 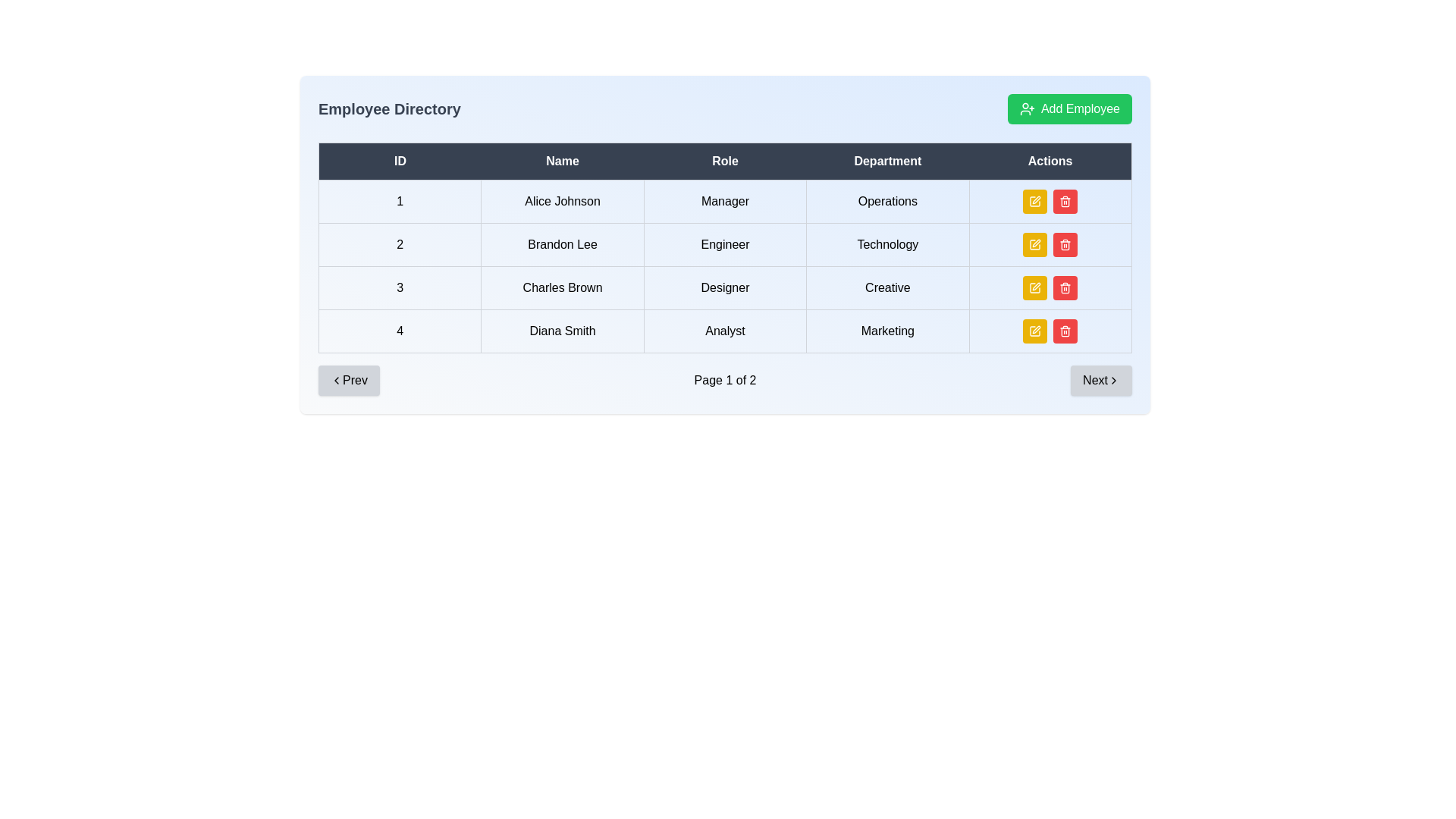 I want to click on the small pen icon button in the last row of the table under the 'Actions' column for 'Diana Smith' to initiate editing, so click(x=1036, y=329).